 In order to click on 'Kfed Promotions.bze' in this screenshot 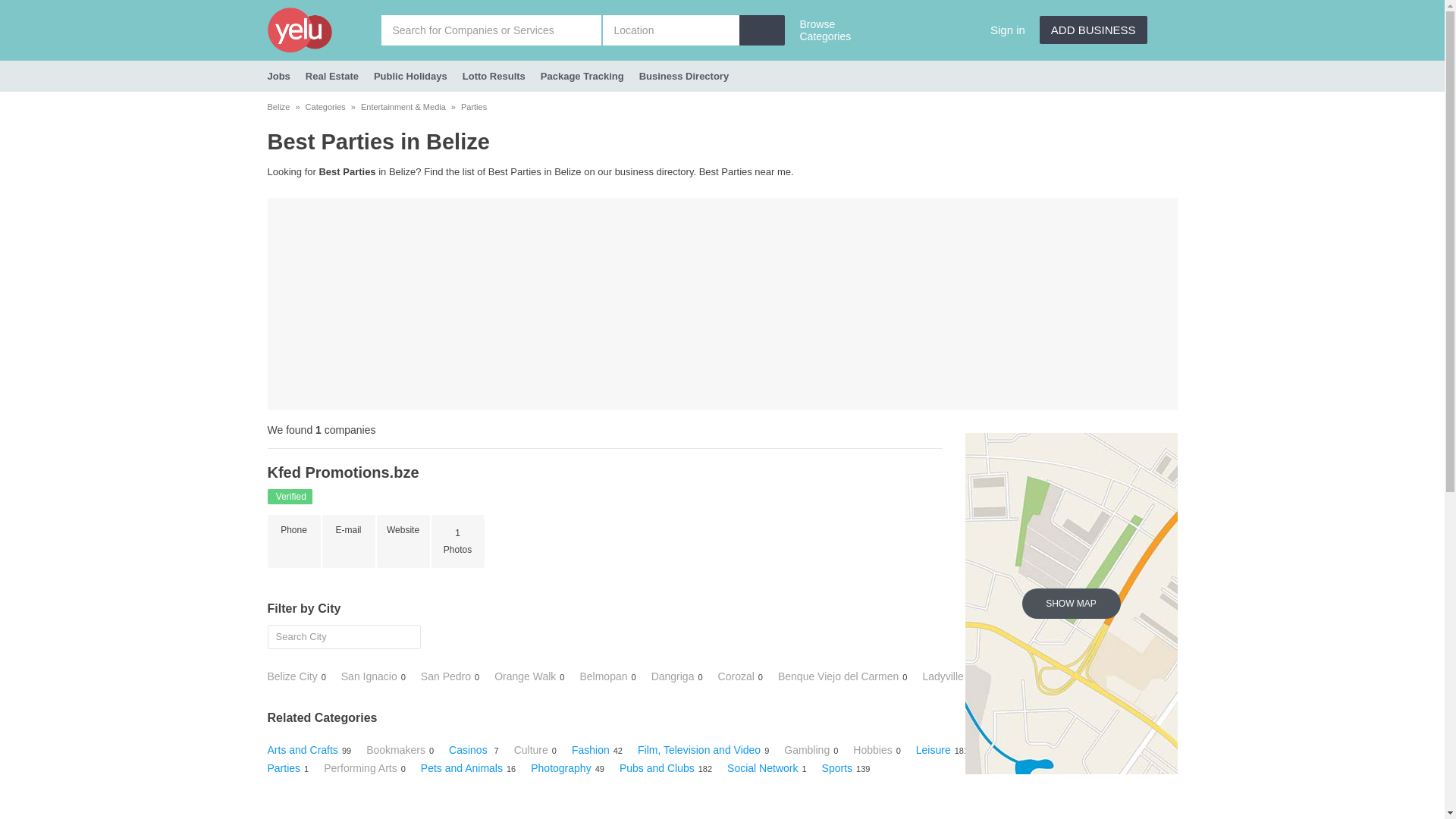, I will do `click(341, 472)`.